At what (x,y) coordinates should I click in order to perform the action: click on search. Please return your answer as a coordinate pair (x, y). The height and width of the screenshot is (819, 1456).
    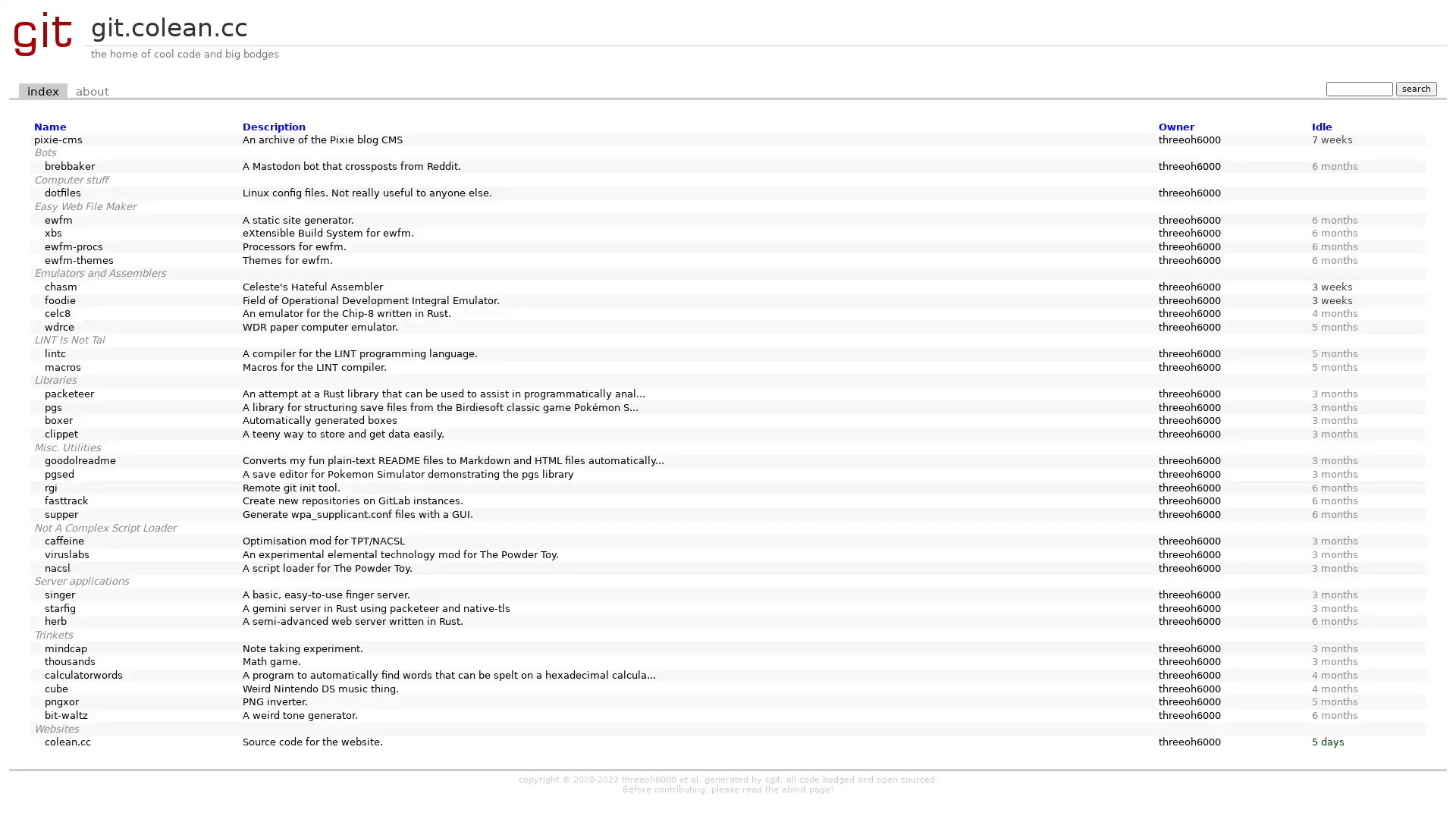
    Looking at the image, I should click on (1415, 88).